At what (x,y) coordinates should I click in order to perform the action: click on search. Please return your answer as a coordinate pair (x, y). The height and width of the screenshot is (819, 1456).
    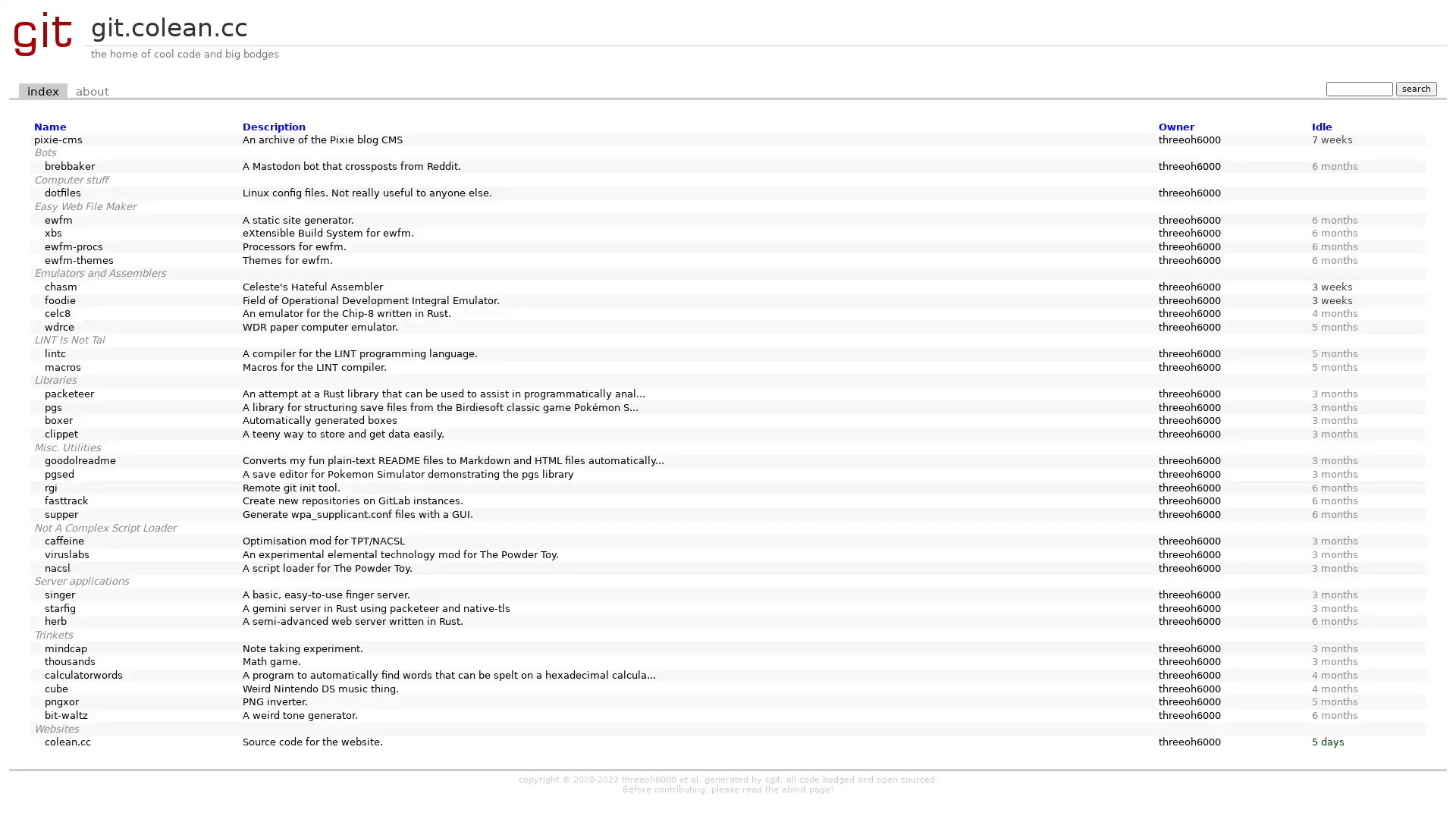
    Looking at the image, I should click on (1415, 88).